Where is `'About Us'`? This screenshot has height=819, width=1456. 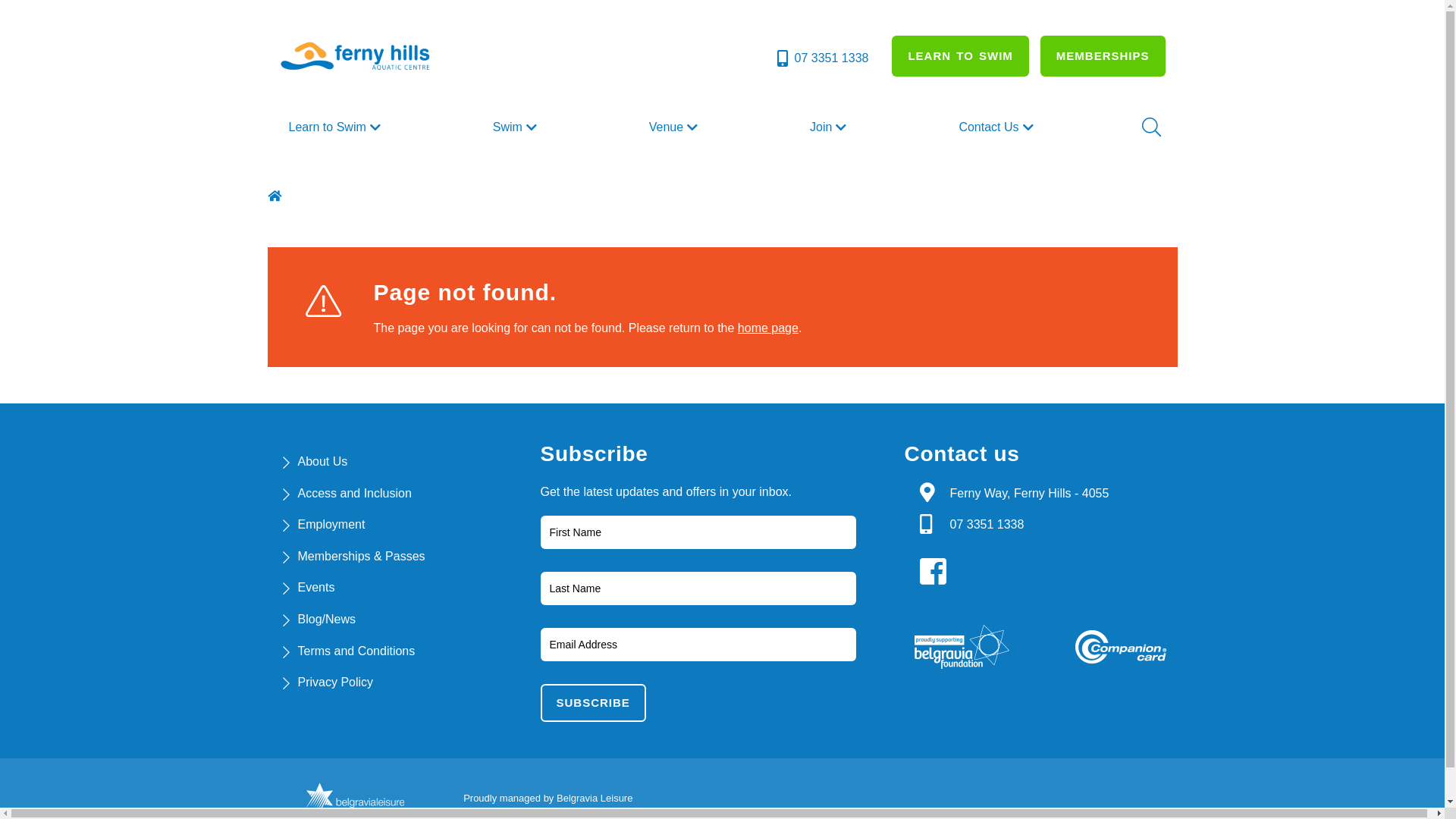 'About Us' is located at coordinates (322, 460).